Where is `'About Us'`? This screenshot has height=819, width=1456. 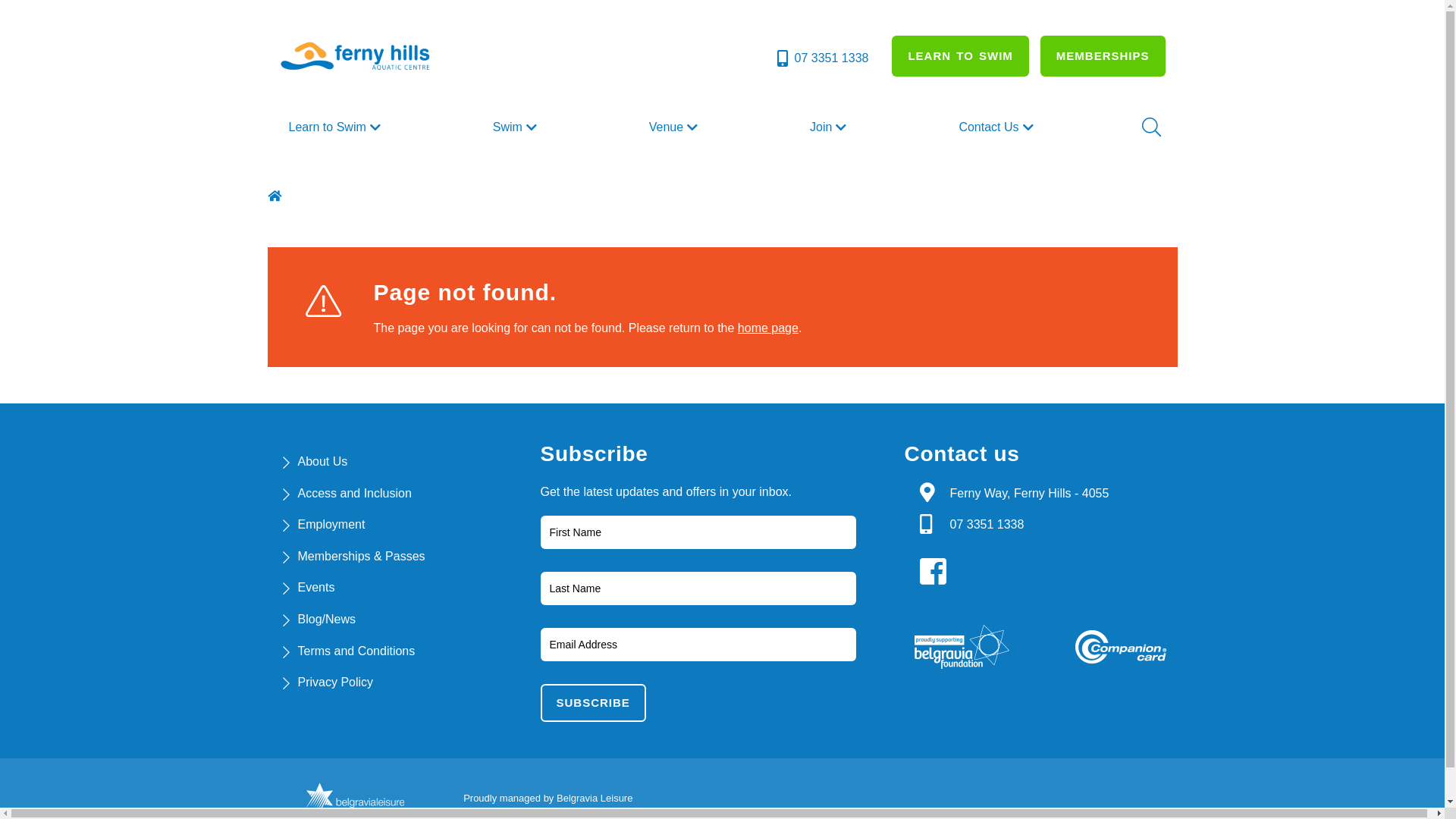 'About Us' is located at coordinates (322, 460).